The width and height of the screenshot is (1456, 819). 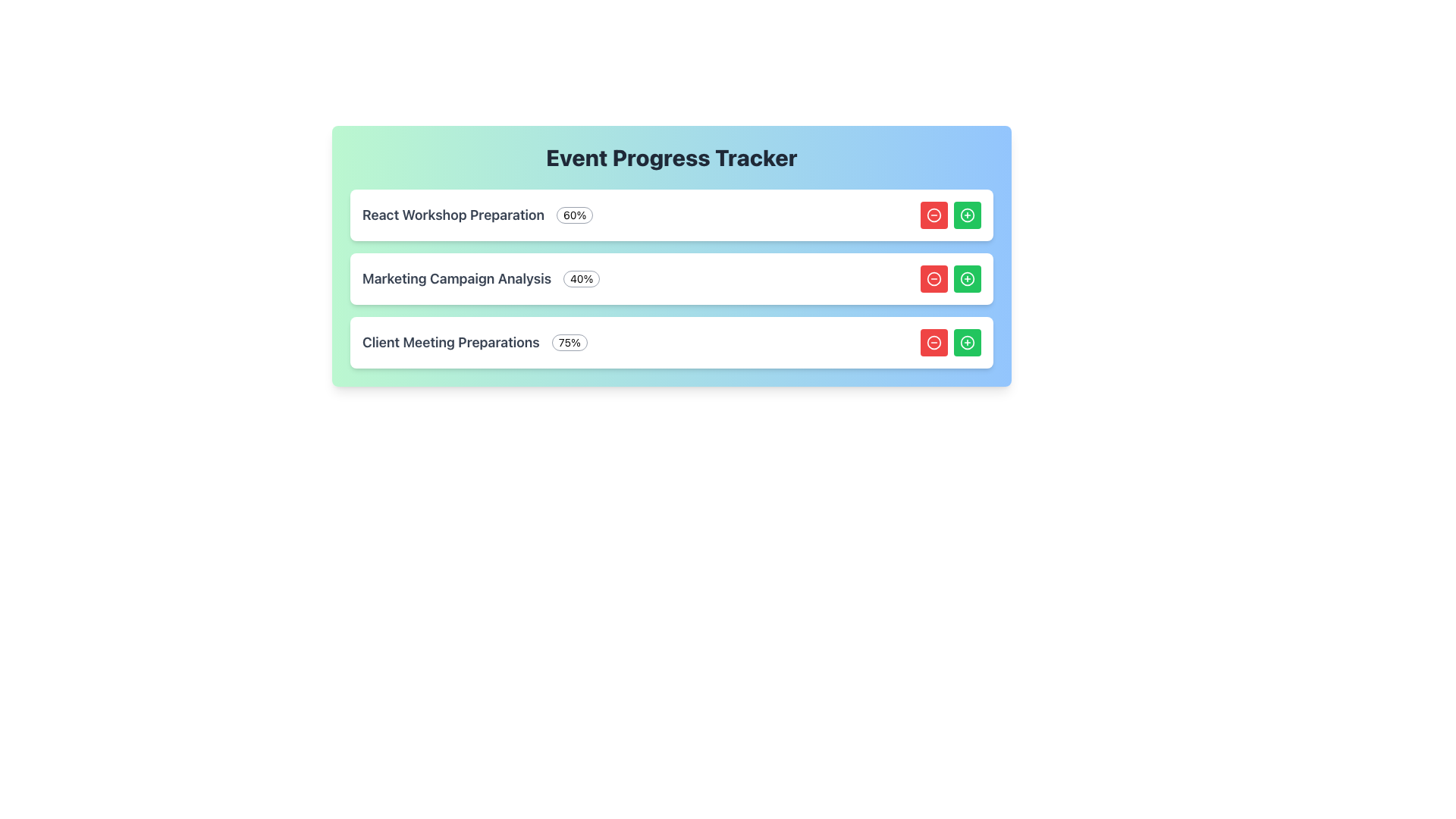 I want to click on the green button with a plus sign in the 'Event Progress Tracker' interface for 'Marketing Campaign Analysis', so click(x=967, y=278).